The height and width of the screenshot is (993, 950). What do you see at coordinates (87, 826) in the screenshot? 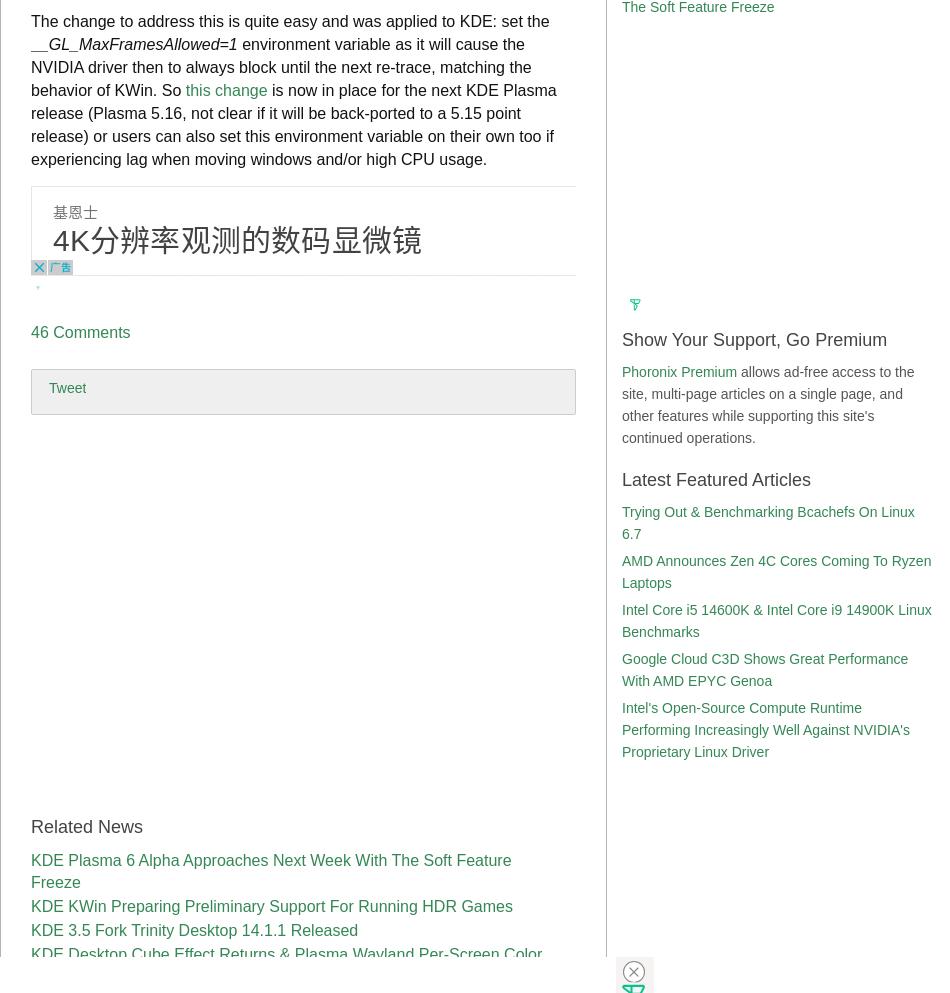
I see `'Related News'` at bounding box center [87, 826].